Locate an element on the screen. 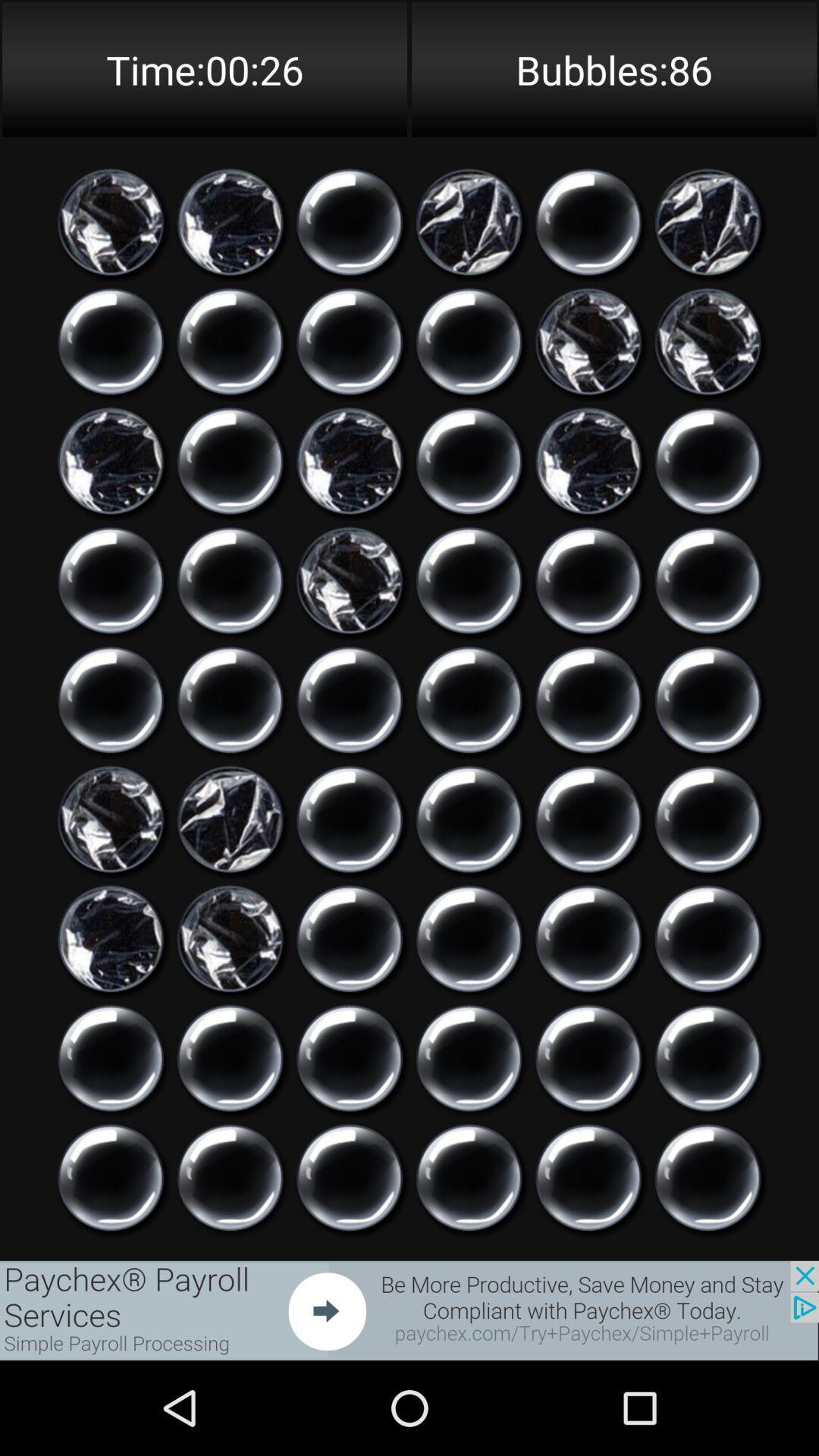  option is located at coordinates (110, 221).